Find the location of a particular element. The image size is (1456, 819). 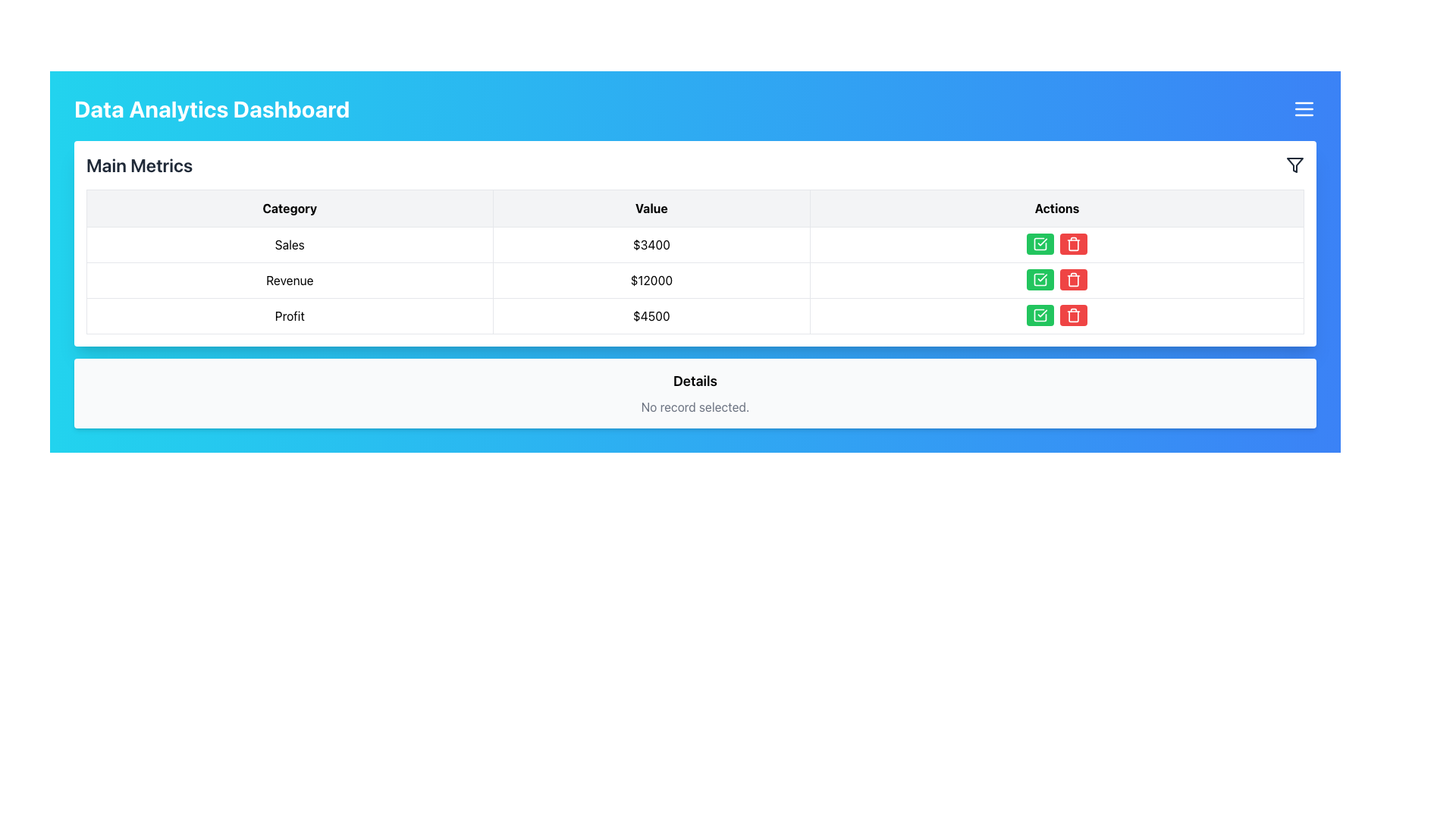

text label displaying 'Profit' located in the first column of the last row of a data table under the 'Category' header, positioned to the left of the numerical value '$4500' is located at coordinates (290, 315).